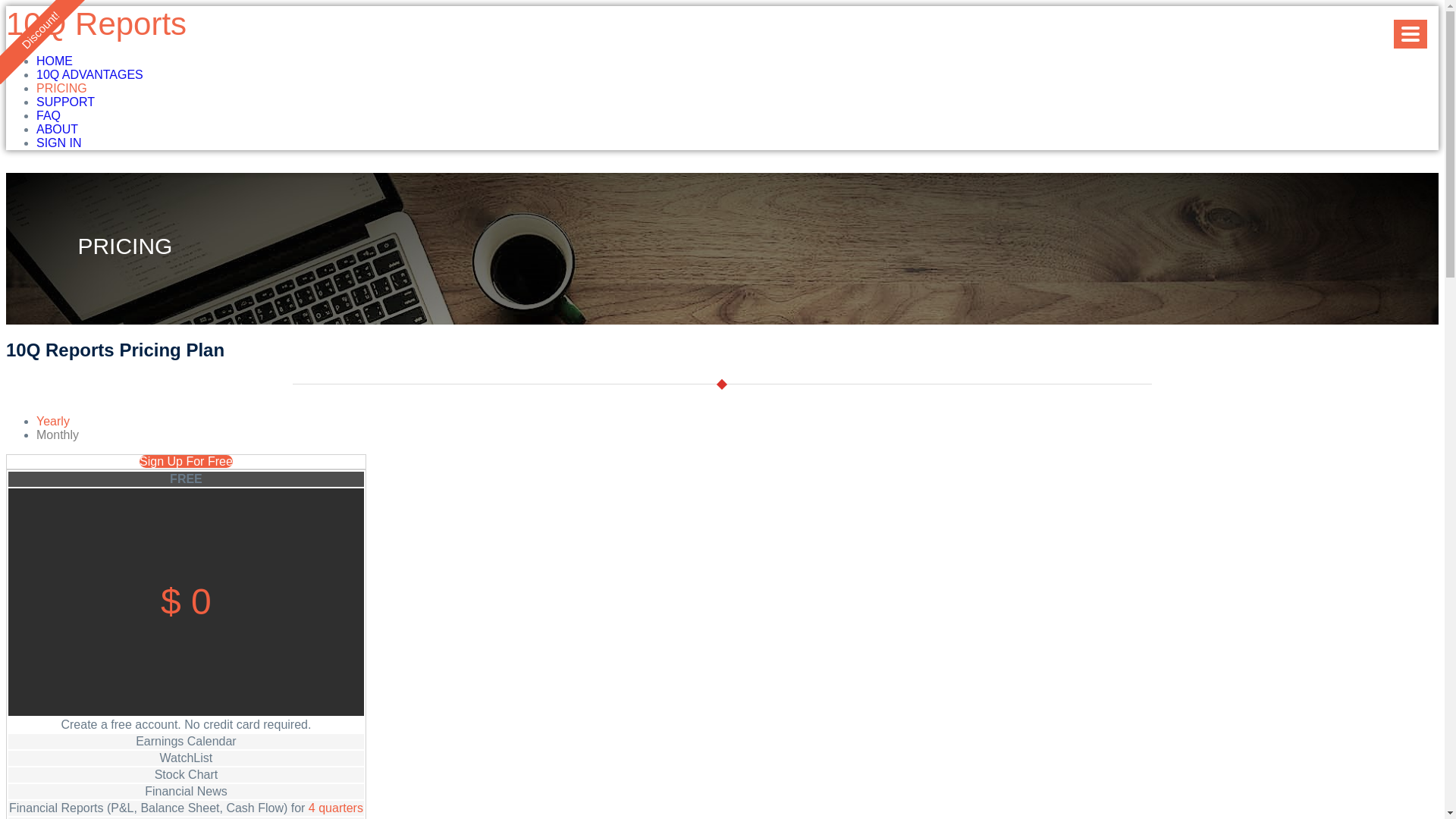  I want to click on 'SIGN IN', so click(36, 143).